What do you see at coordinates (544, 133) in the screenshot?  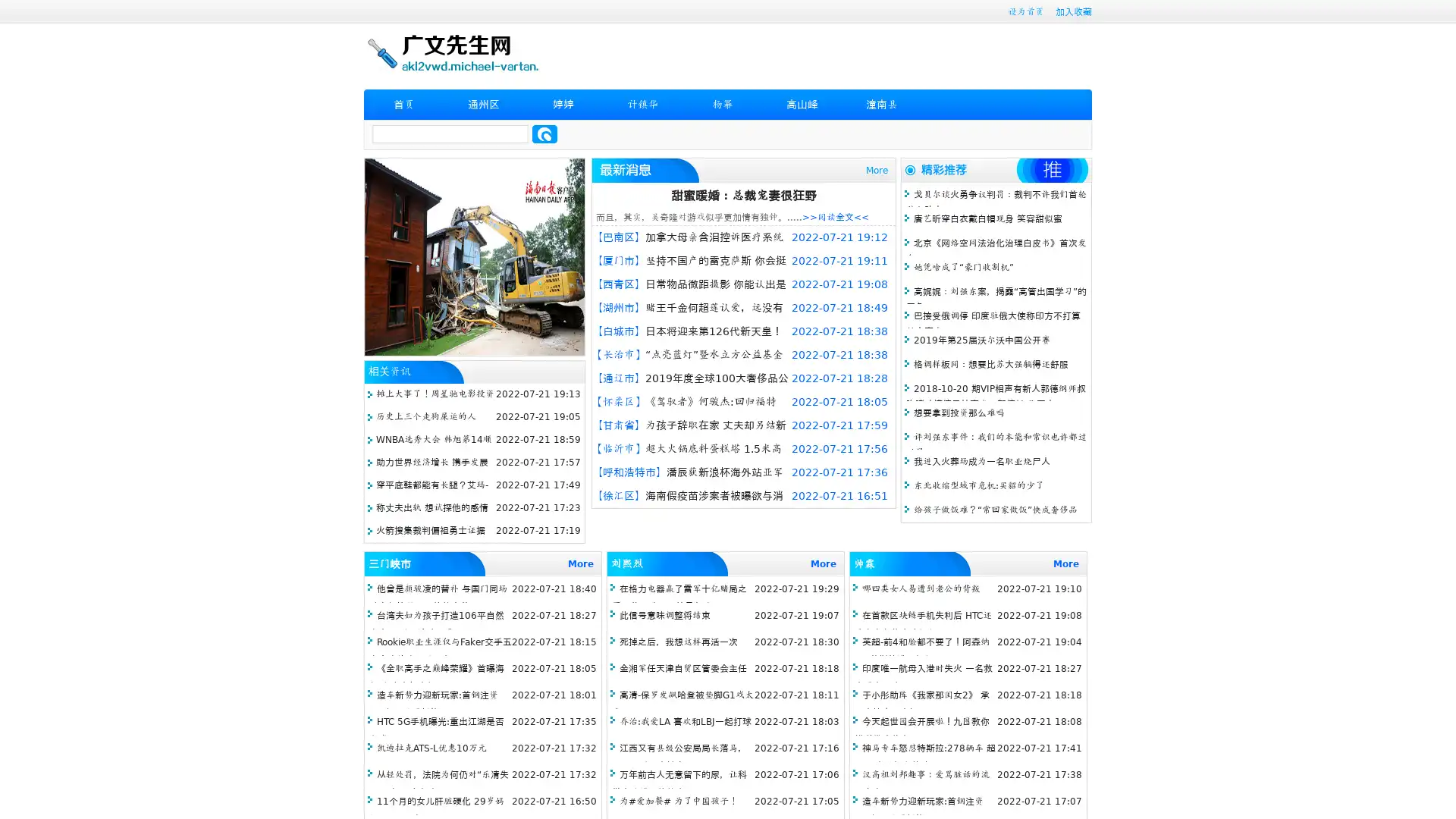 I see `Search` at bounding box center [544, 133].